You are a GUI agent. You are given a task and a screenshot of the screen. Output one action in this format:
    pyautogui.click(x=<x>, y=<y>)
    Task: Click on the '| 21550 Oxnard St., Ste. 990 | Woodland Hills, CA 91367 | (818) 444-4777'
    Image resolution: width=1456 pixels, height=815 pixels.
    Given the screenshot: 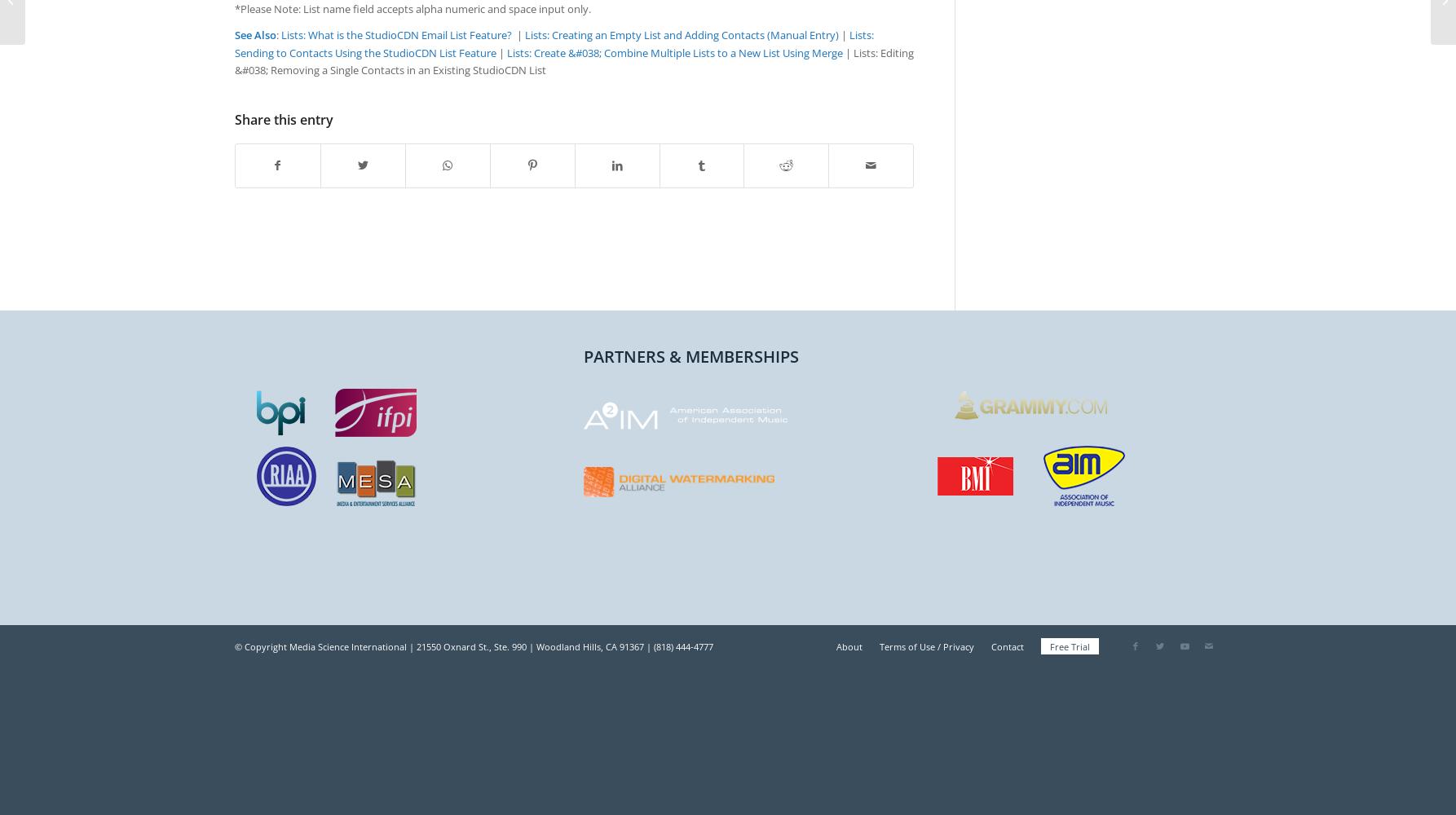 What is the action you would take?
    pyautogui.click(x=560, y=646)
    